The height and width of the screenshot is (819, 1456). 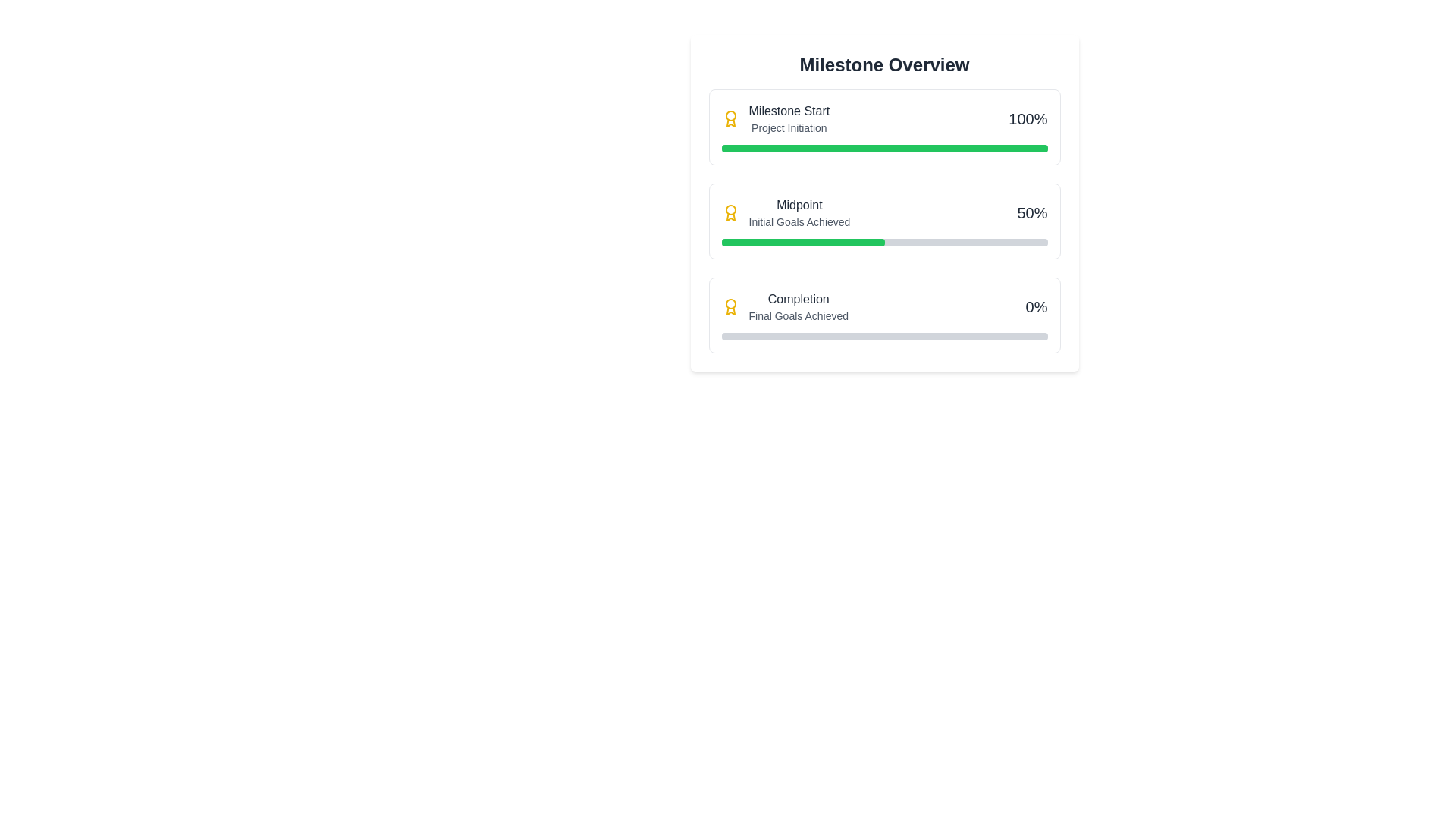 What do you see at coordinates (884, 64) in the screenshot?
I see `the header element displaying the text 'Milestone Overview', which is located at the top of a light-colored card layout` at bounding box center [884, 64].